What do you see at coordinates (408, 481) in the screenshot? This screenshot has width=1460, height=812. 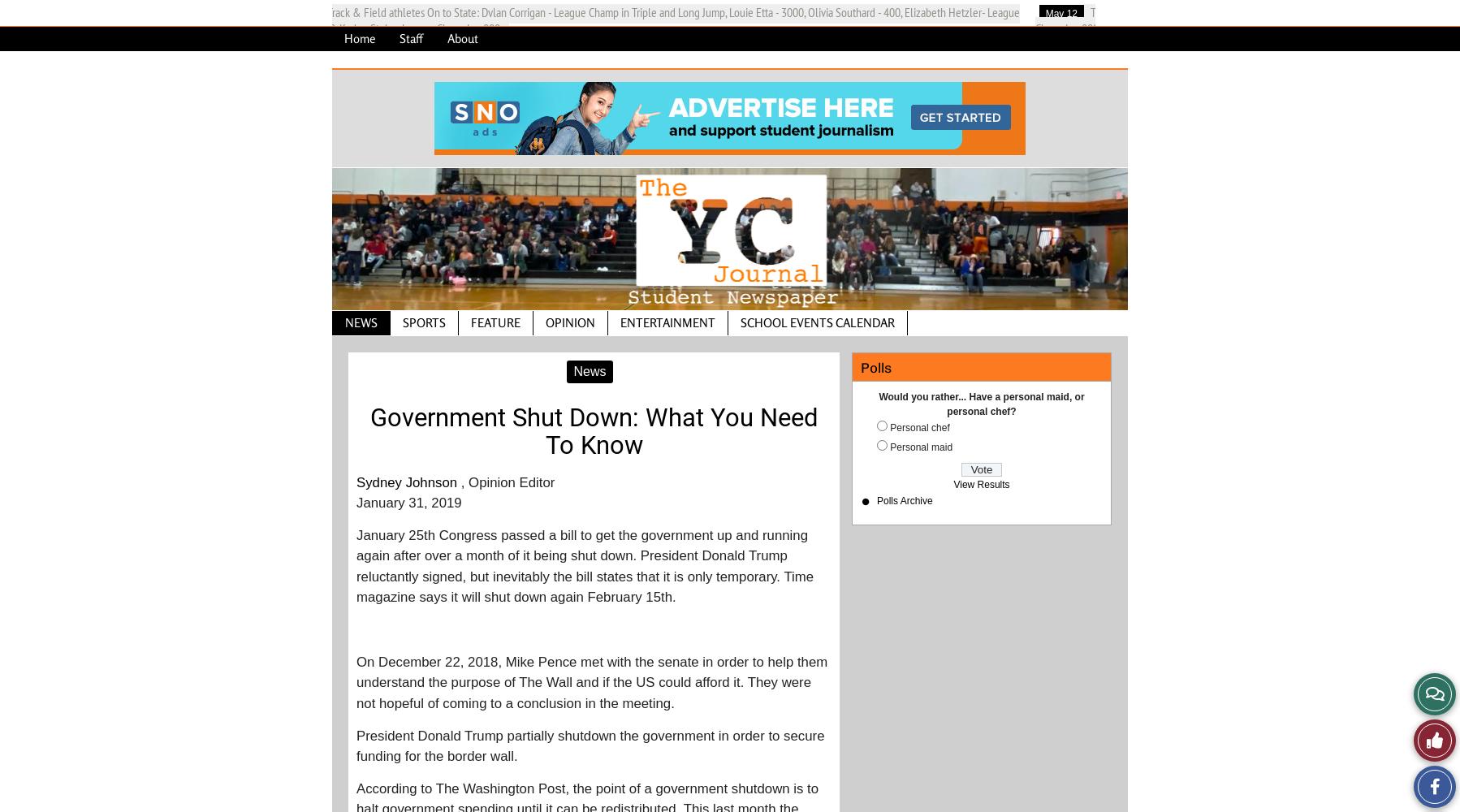 I see `'Sydney Johnson'` at bounding box center [408, 481].